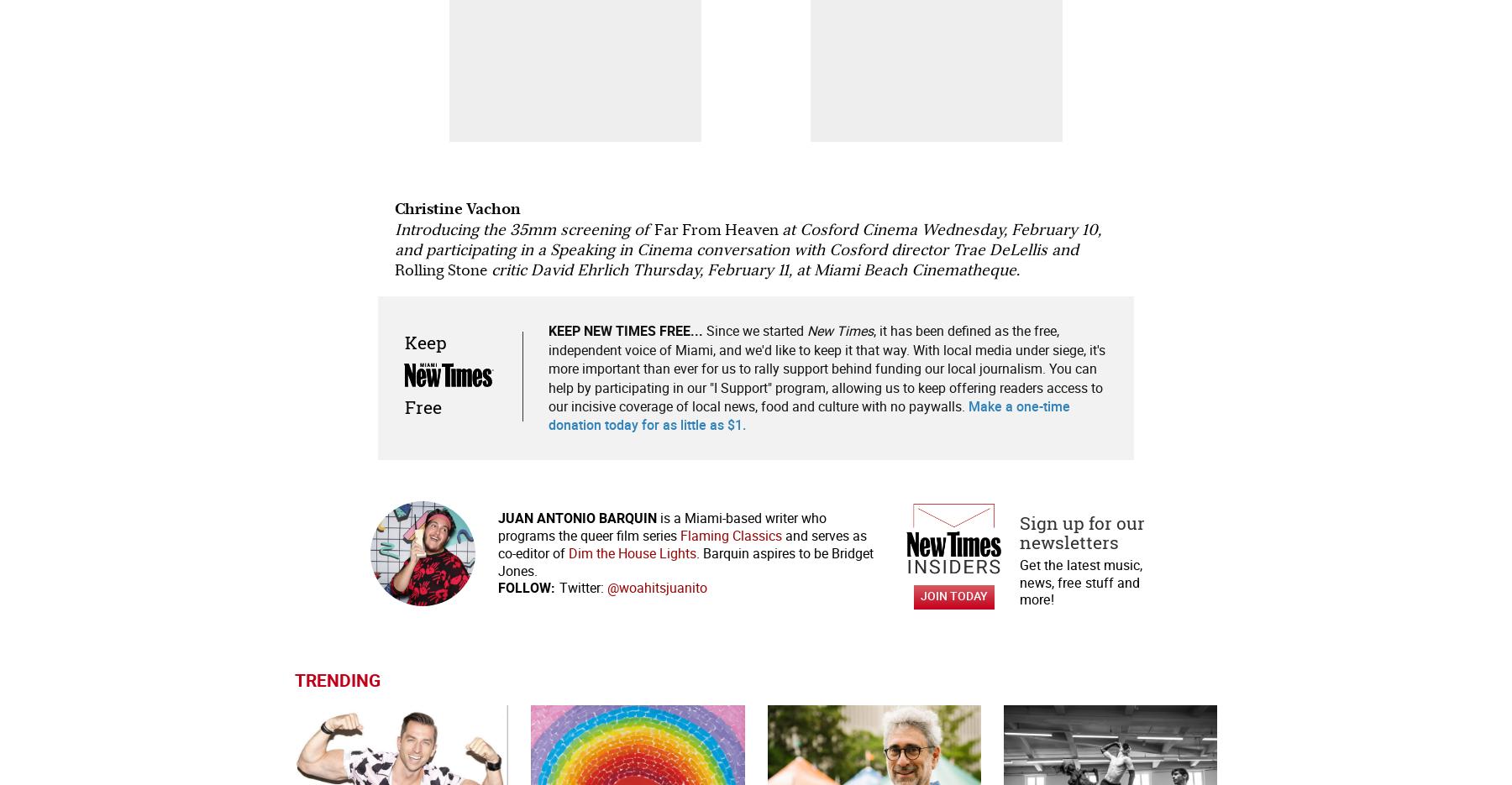  I want to click on 'Twitter:', so click(580, 587).